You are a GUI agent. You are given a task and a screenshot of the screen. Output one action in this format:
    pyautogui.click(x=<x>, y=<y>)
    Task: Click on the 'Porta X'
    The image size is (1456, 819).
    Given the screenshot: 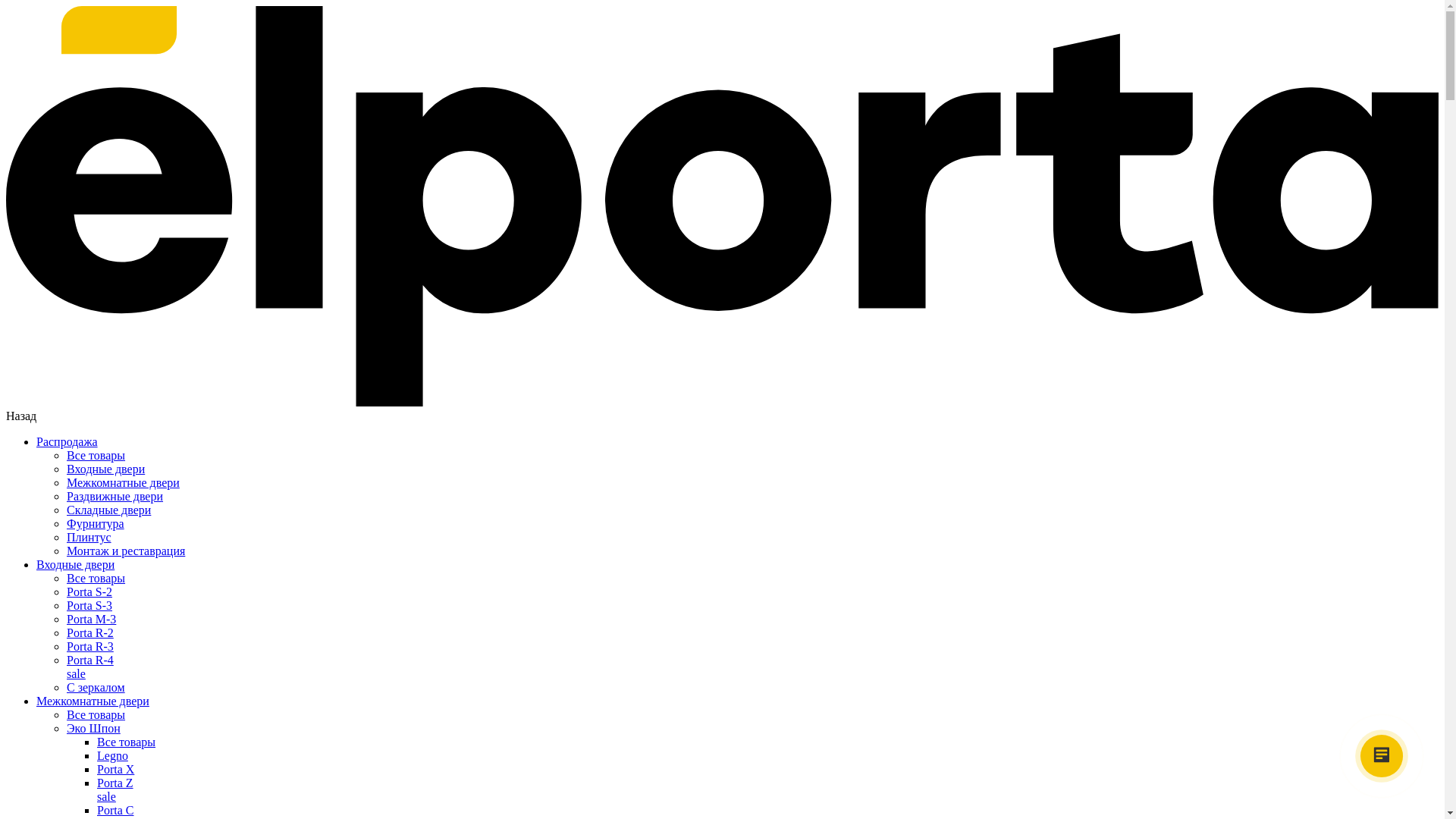 What is the action you would take?
    pyautogui.click(x=115, y=769)
    